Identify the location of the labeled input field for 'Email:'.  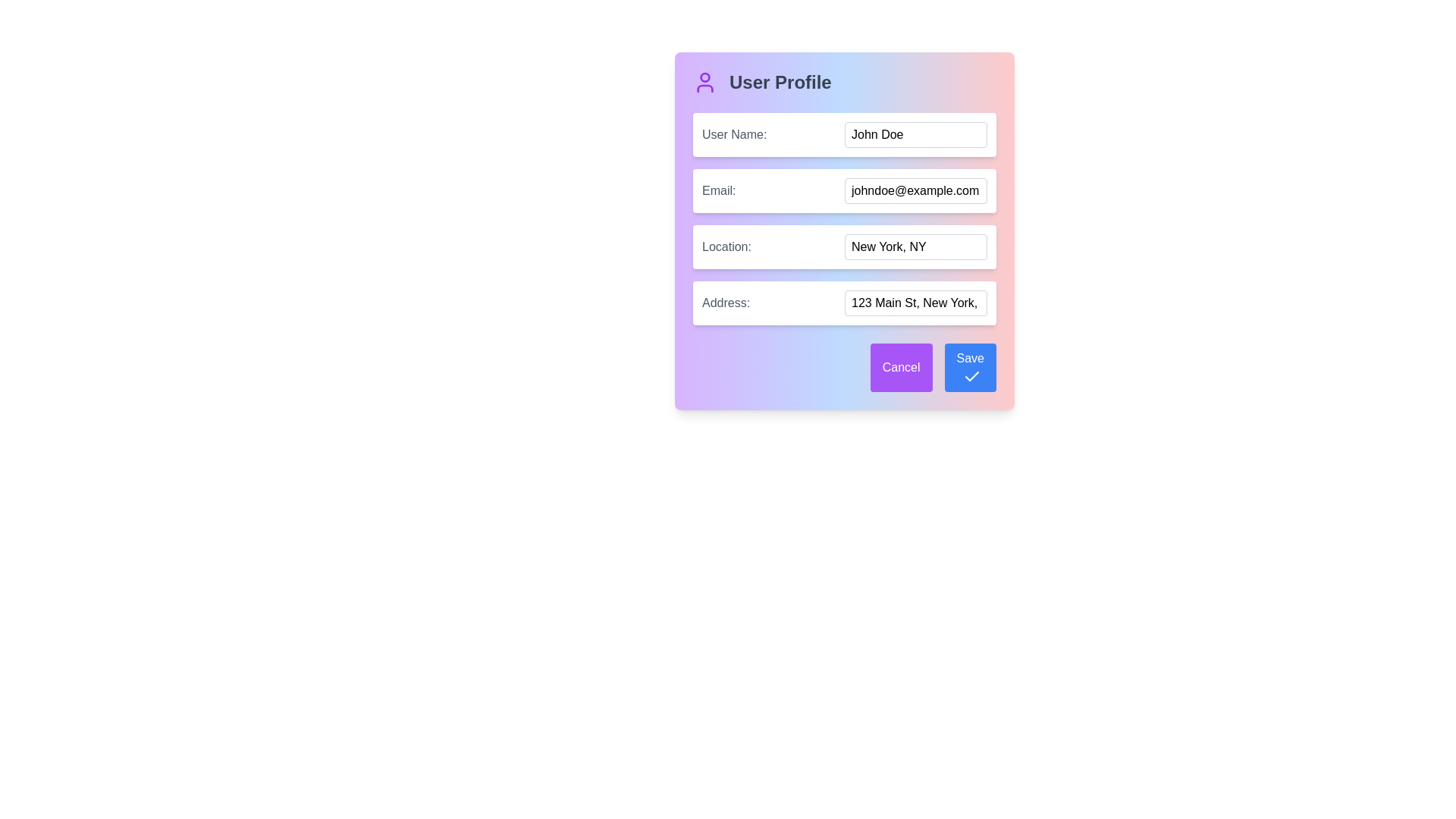
(843, 190).